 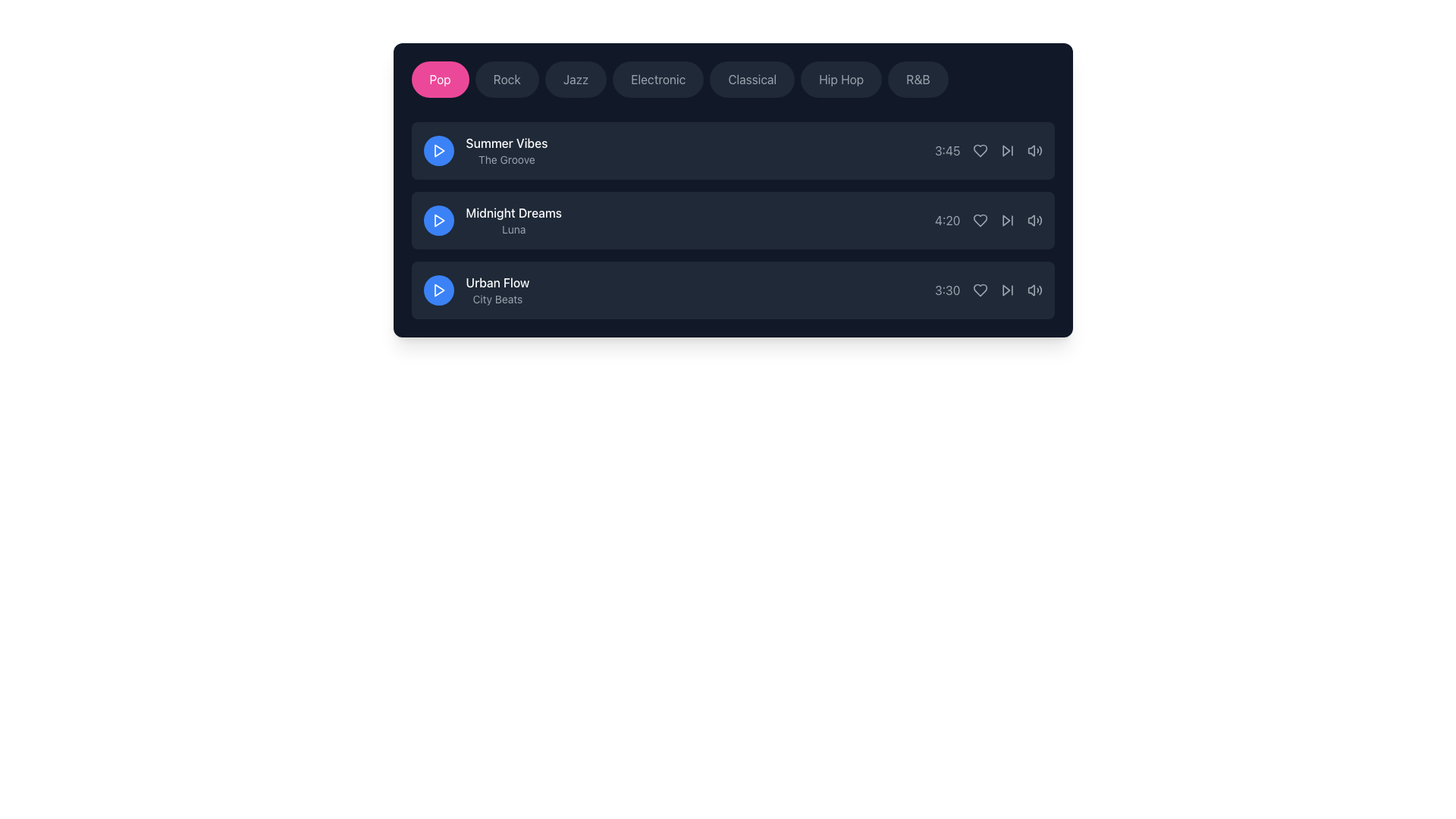 I want to click on the triangular play button icon located at the top-right part of the third song entry in the list, so click(x=1006, y=290).